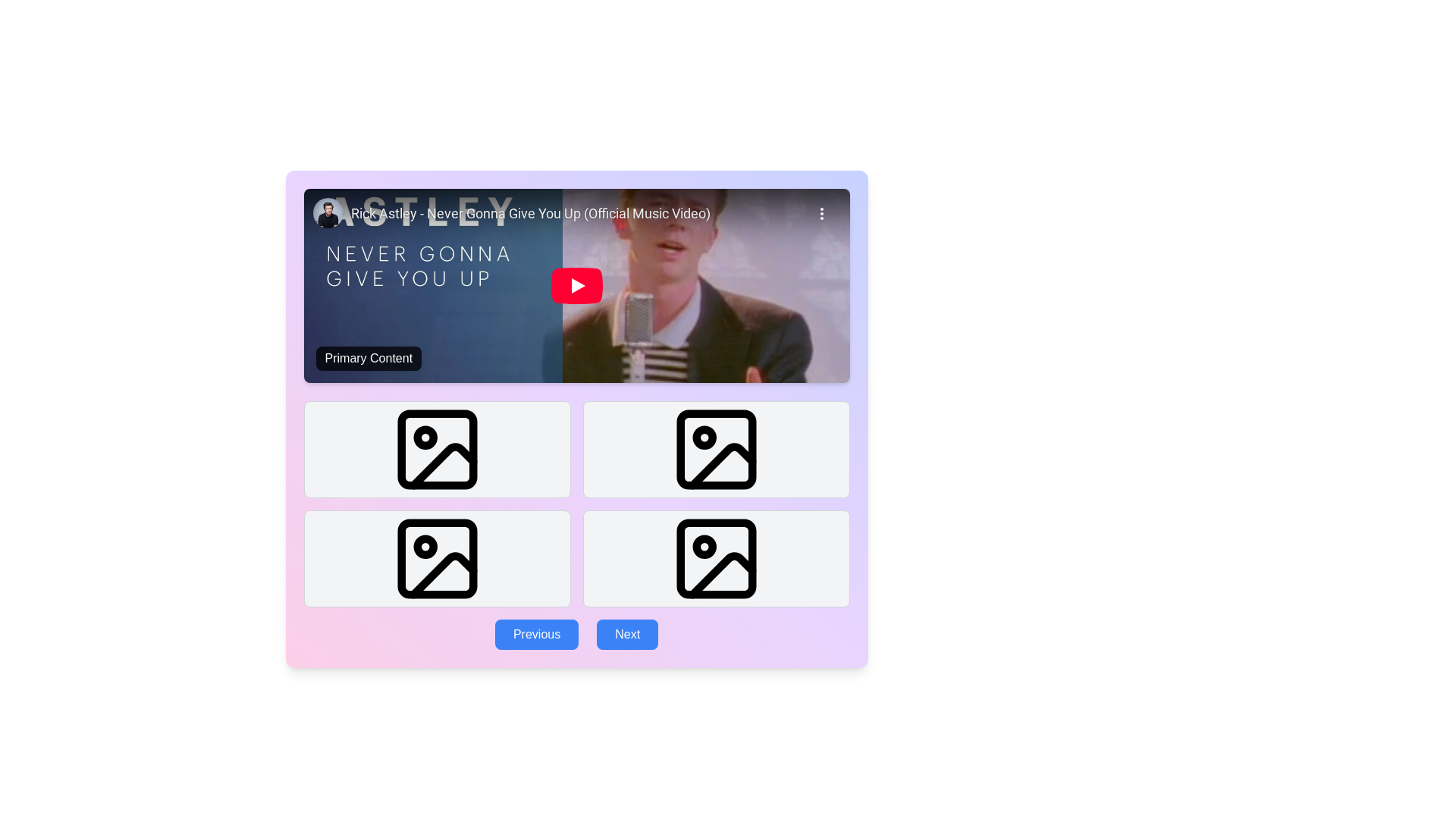 The image size is (1456, 819). What do you see at coordinates (715, 558) in the screenshot?
I see `the SVG icon with a thin black outline and a circular highlight located in the bottom-right corner of the grid layout` at bounding box center [715, 558].